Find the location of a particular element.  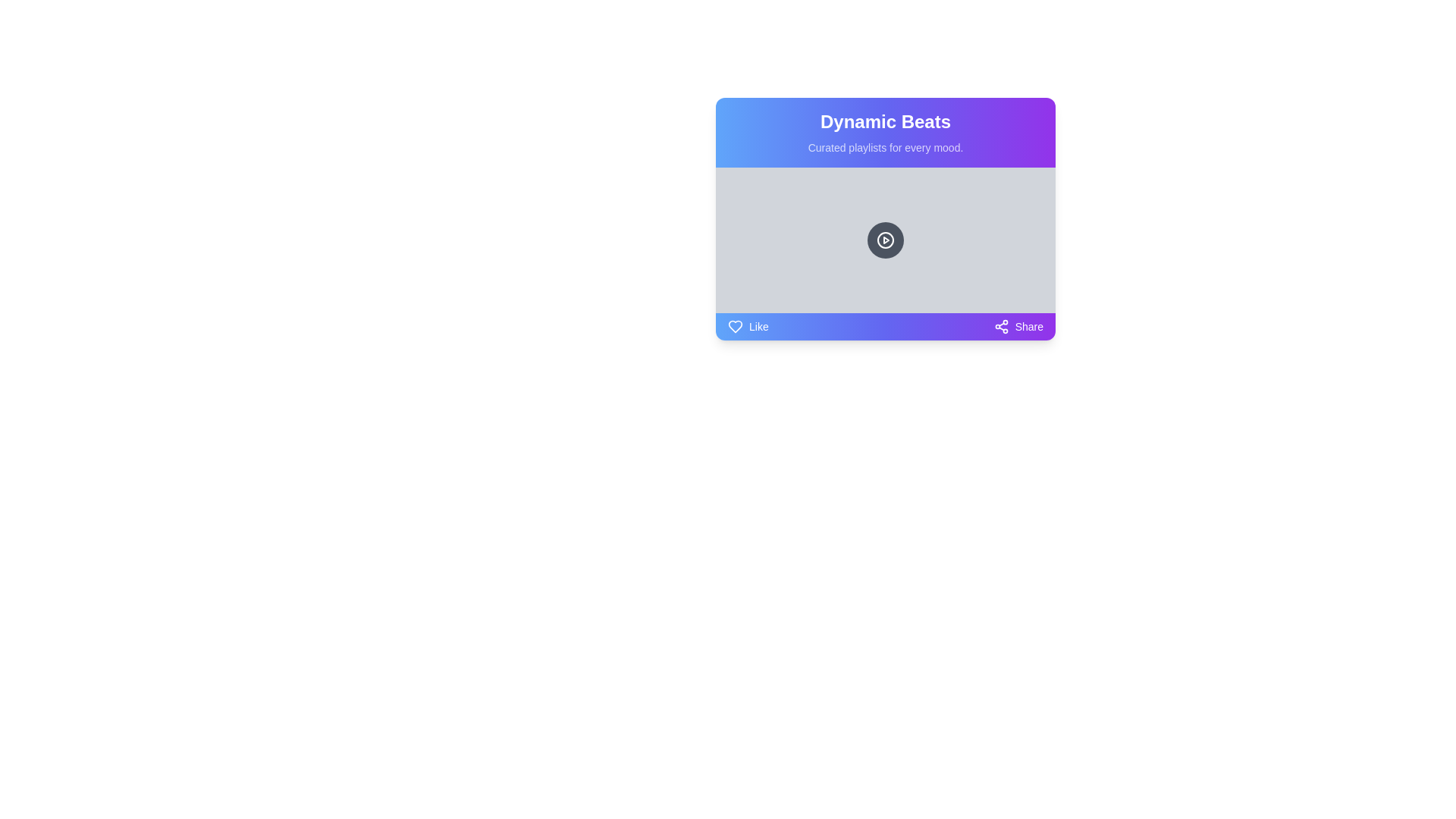

the play button located at the center of the 'Dynamic Beats' card is located at coordinates (885, 239).